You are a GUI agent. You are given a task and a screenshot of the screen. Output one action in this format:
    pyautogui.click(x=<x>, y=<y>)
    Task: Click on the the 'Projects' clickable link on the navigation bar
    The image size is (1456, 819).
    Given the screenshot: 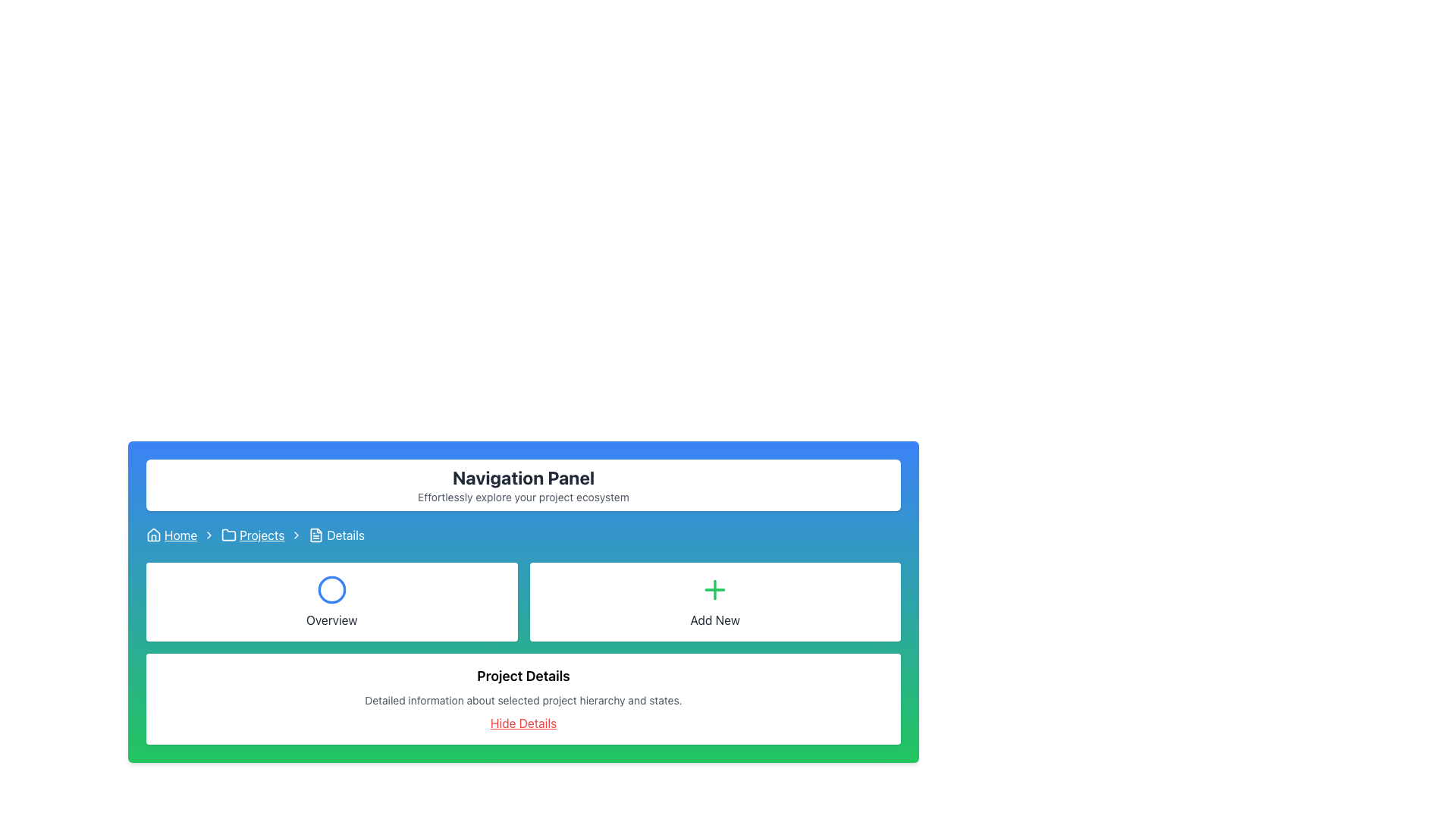 What is the action you would take?
    pyautogui.click(x=253, y=534)
    